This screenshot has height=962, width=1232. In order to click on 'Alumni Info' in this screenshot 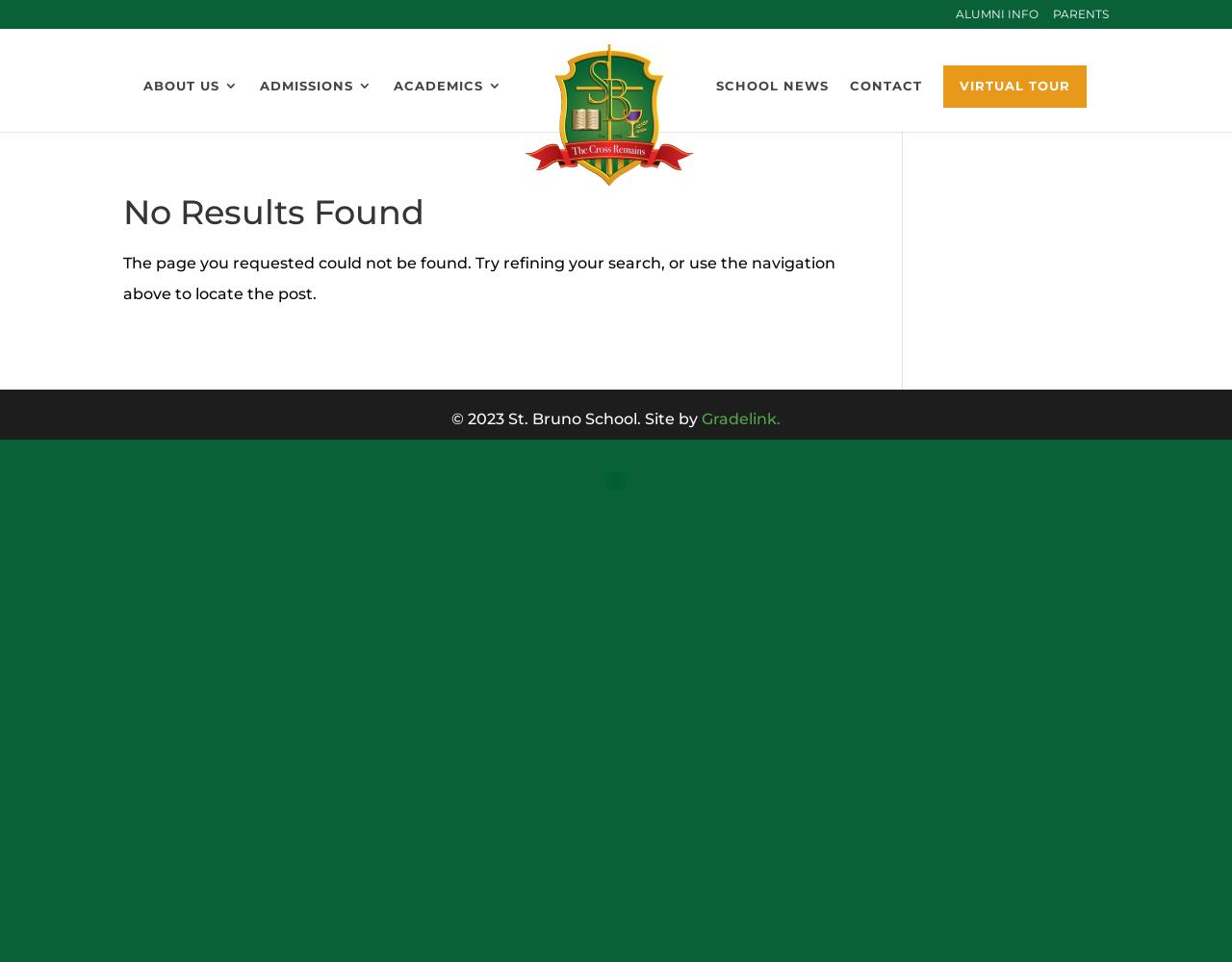, I will do `click(997, 13)`.